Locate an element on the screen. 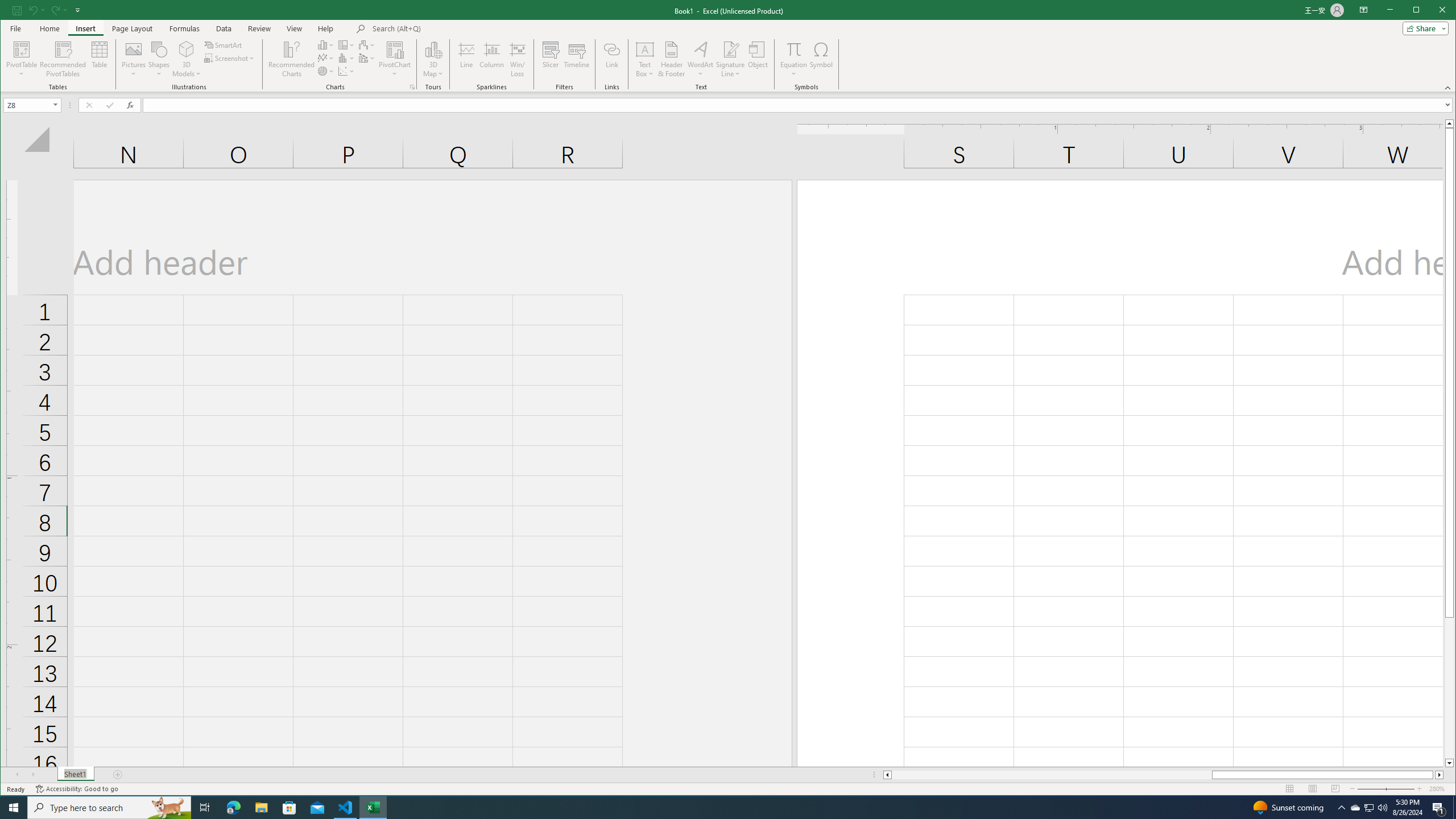 The image size is (1456, 819). 'PivotChart' is located at coordinates (394, 48).